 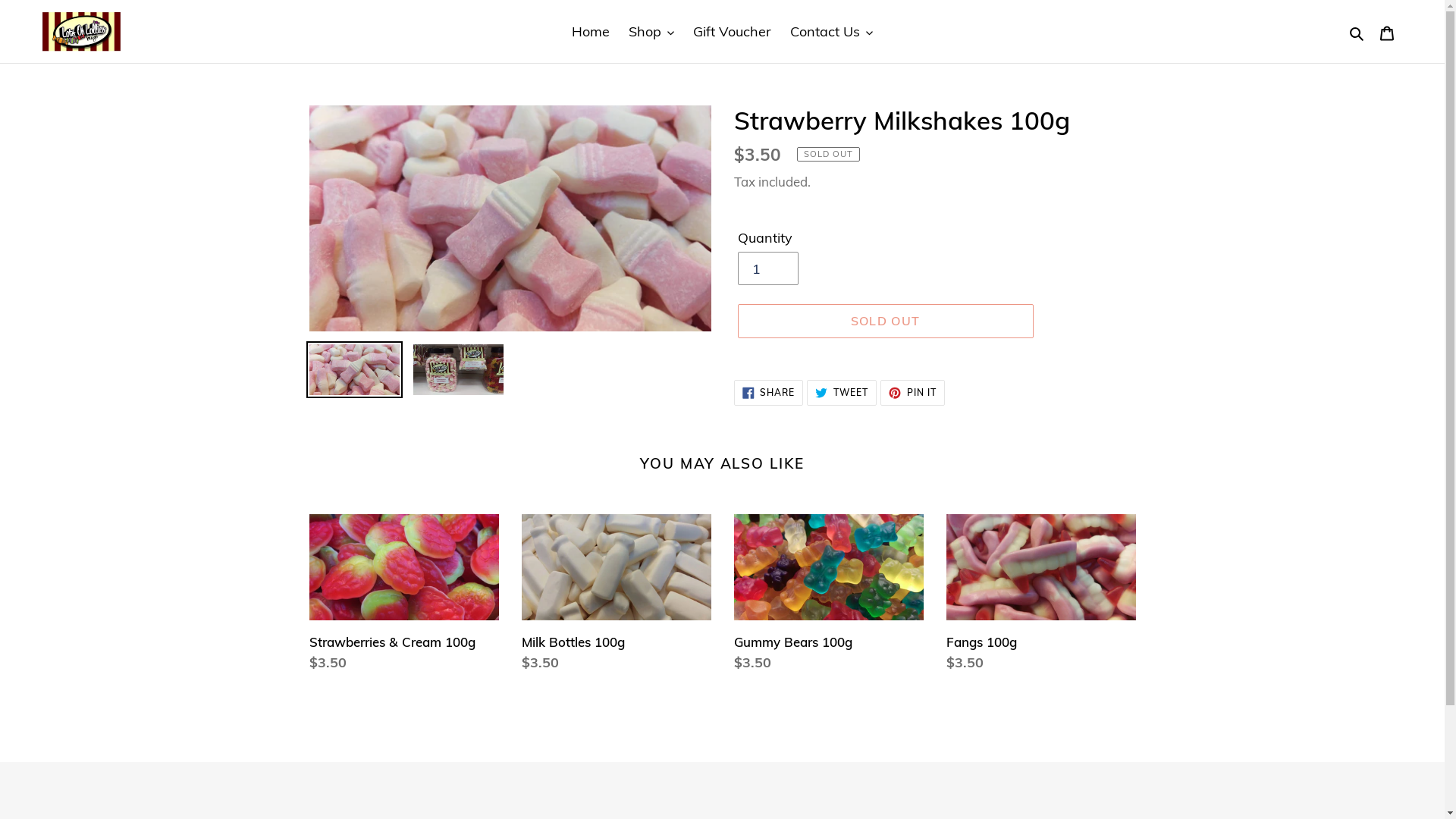 What do you see at coordinates (403, 595) in the screenshot?
I see `'Strawberries & Cream 100g'` at bounding box center [403, 595].